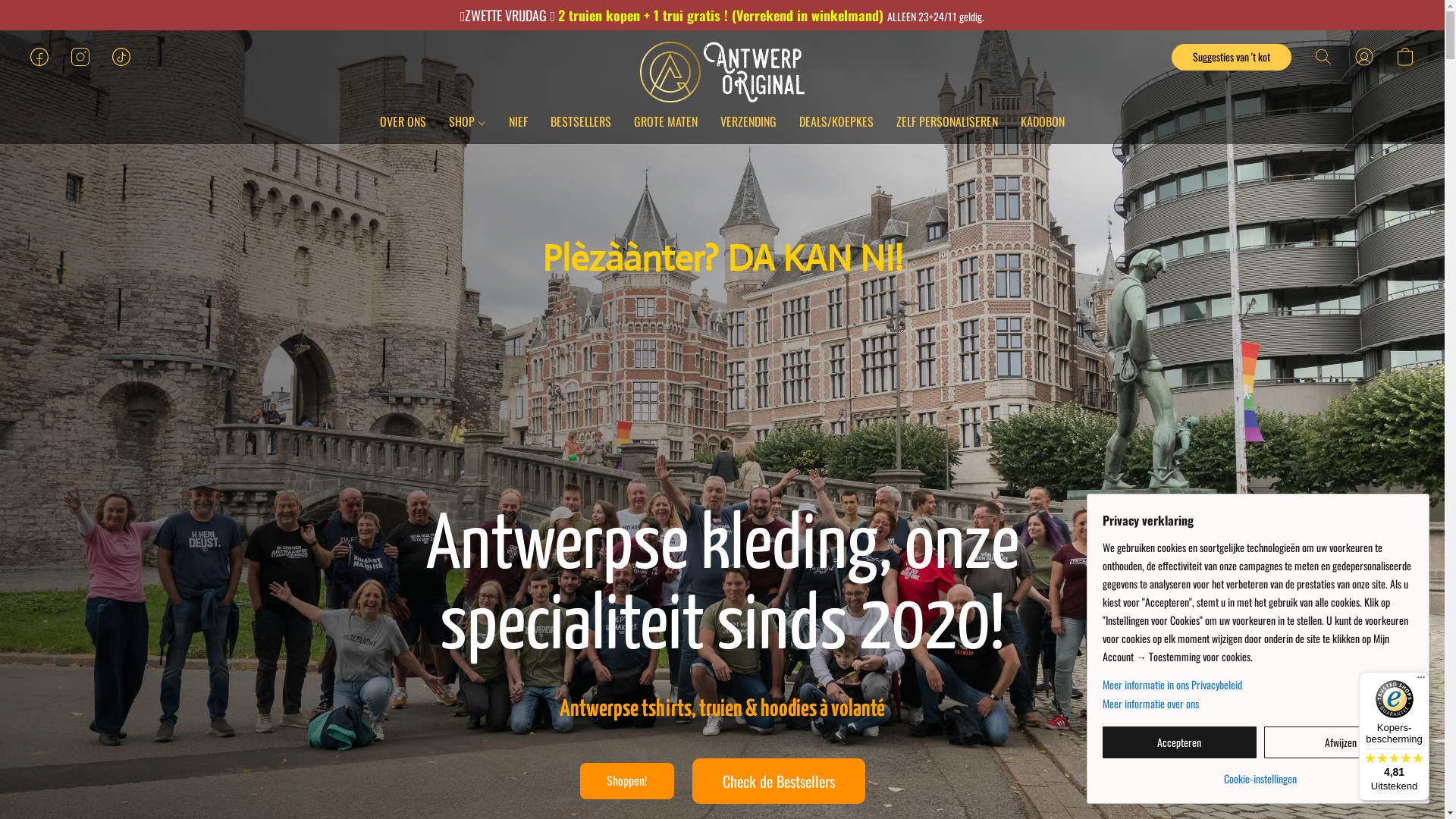  I want to click on 'Ga naar winkelwagen', so click(1404, 55).